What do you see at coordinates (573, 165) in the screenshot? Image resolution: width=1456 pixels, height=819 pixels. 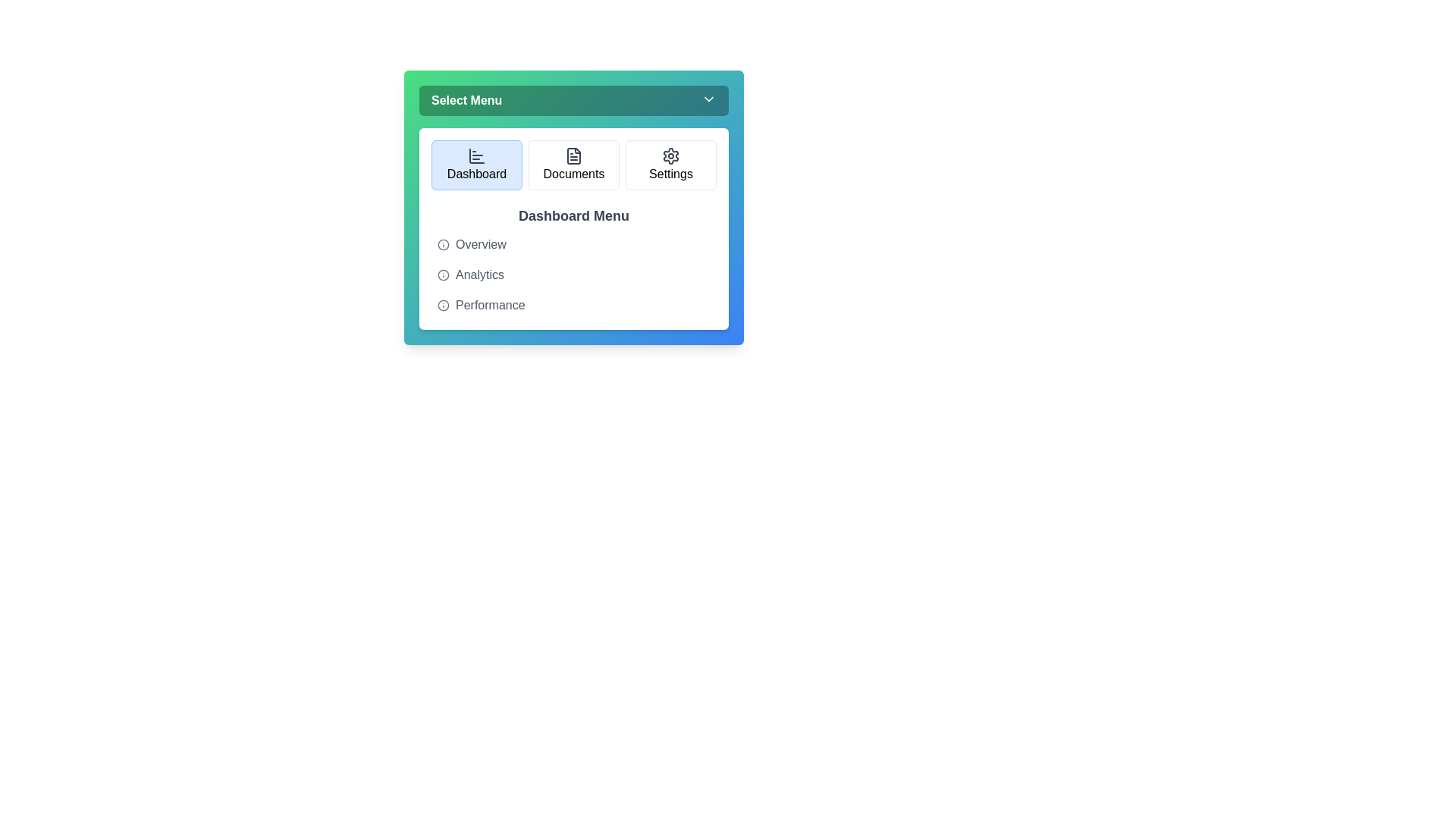 I see `the 'Documents' menu item button located in the middle of the menu bar under the green-tinted header labeled 'Select Menu'` at bounding box center [573, 165].